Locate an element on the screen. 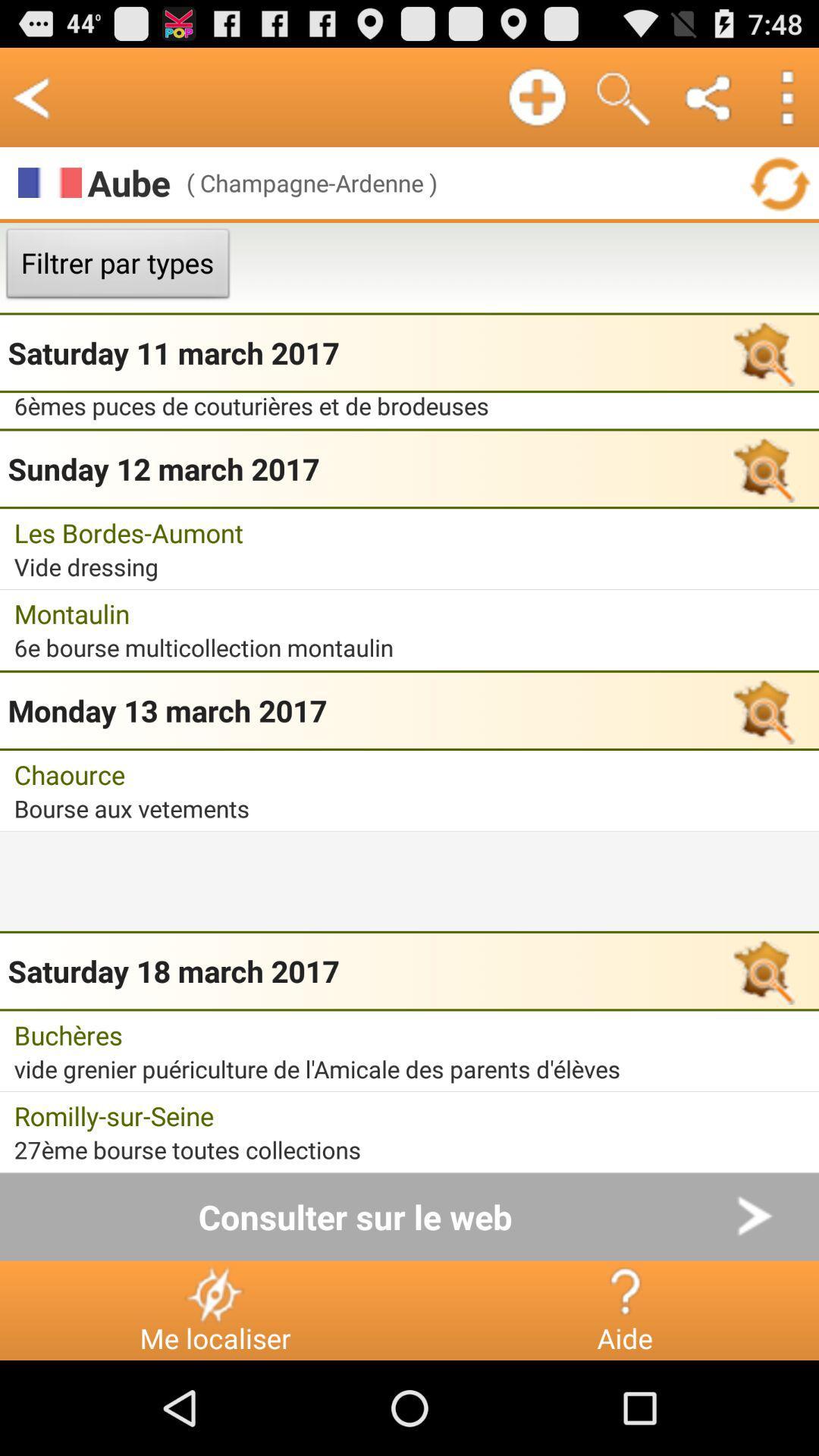  the share icon is located at coordinates (709, 103).